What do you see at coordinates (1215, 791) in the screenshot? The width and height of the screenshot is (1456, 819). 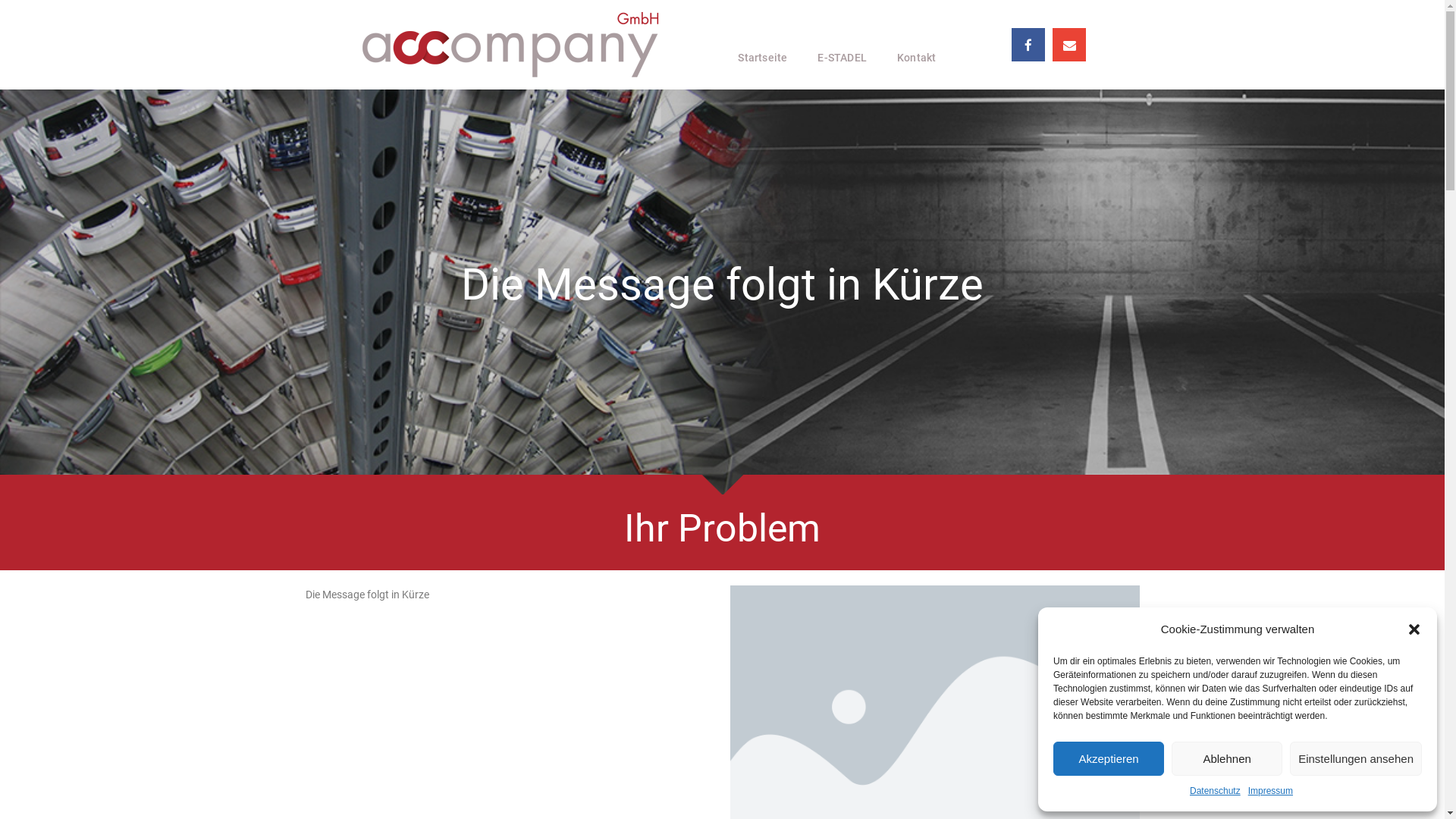 I see `'Datenschutz'` at bounding box center [1215, 791].